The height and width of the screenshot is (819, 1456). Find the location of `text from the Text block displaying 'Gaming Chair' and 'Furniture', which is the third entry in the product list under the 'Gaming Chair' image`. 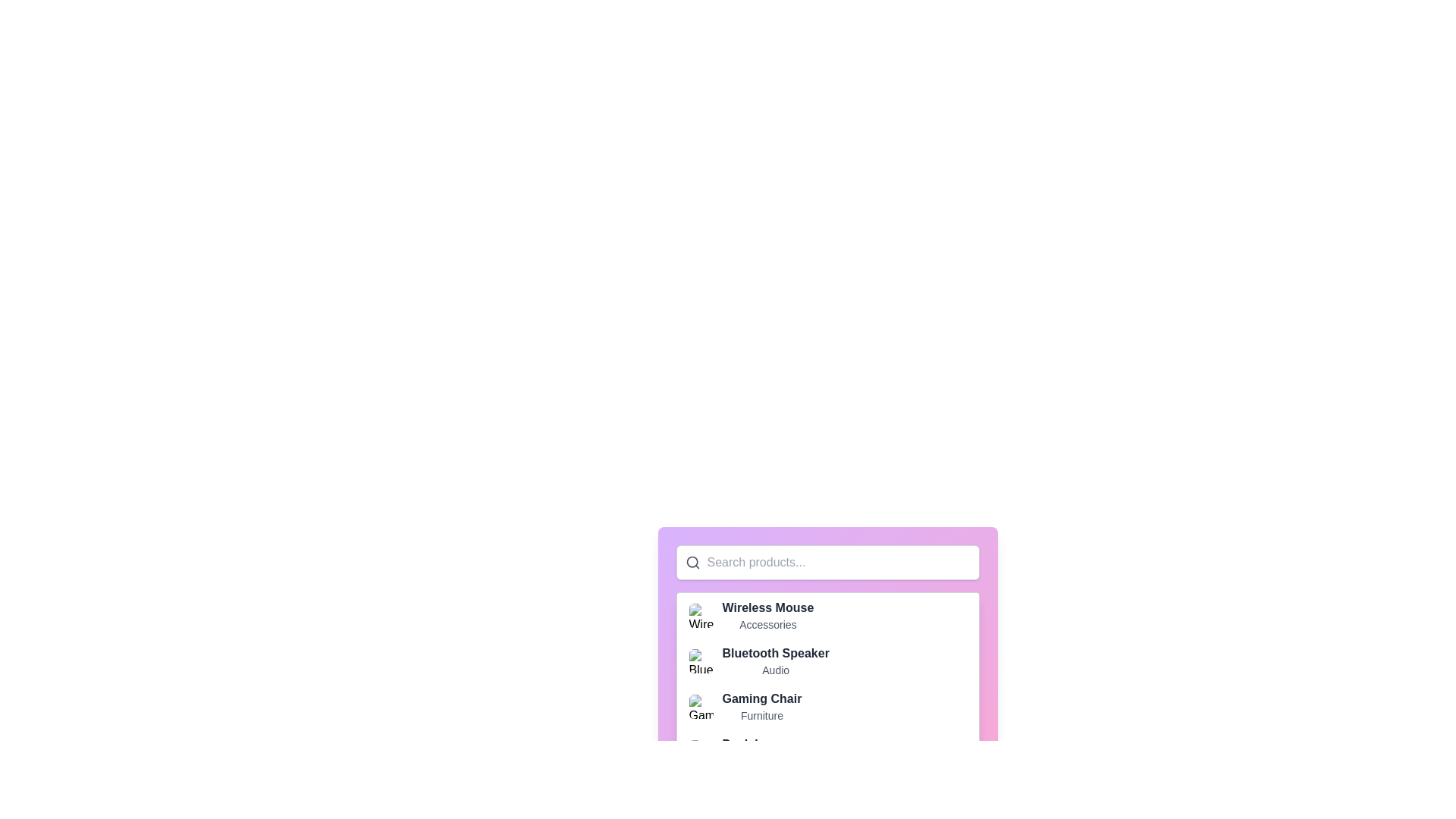

text from the Text block displaying 'Gaming Chair' and 'Furniture', which is the third entry in the product list under the 'Gaming Chair' image is located at coordinates (761, 707).